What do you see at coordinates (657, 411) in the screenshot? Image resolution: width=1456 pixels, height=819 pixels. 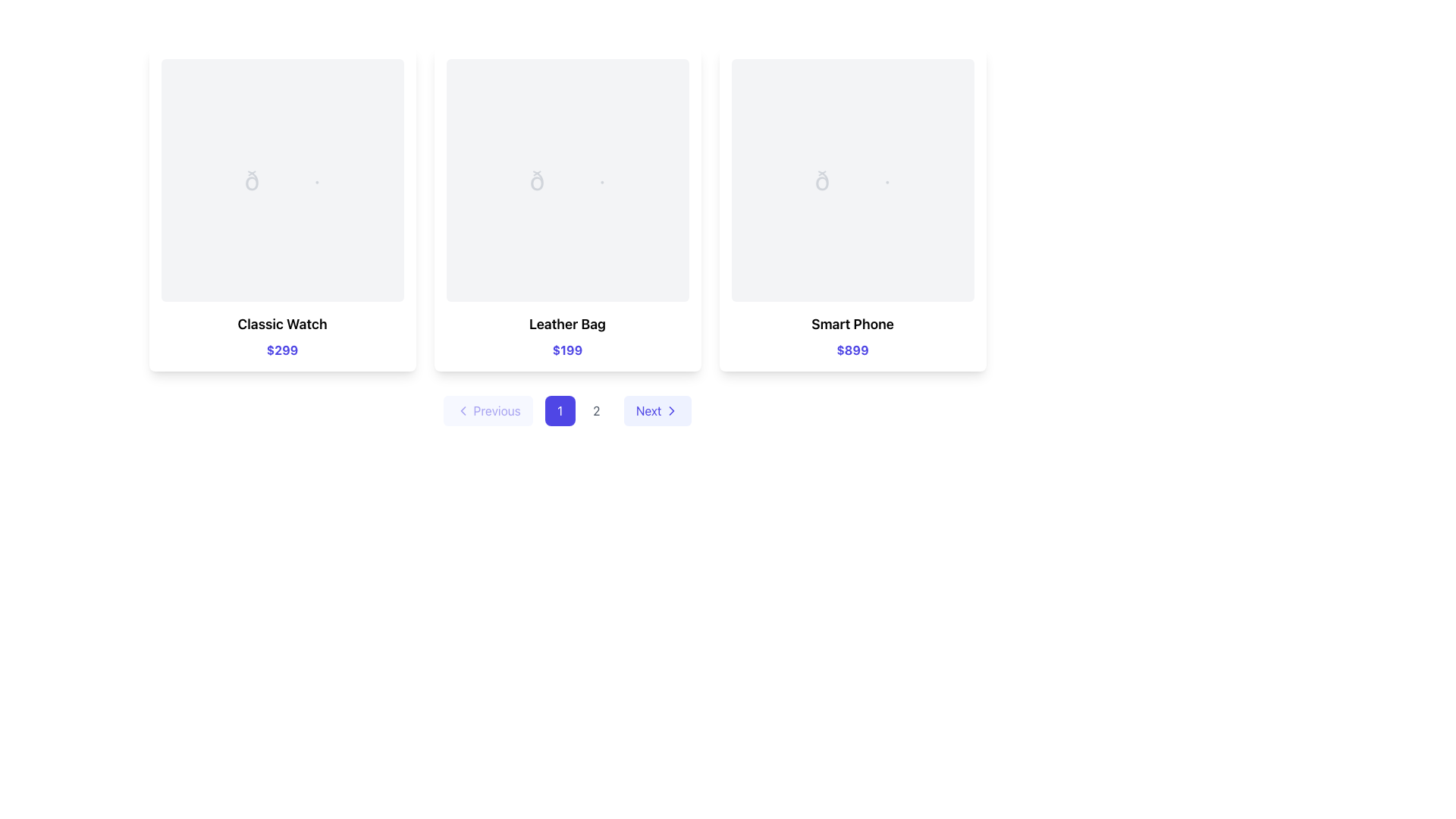 I see `the 'Next' button with a light indigo background and indigo text, which is the rightmost button` at bounding box center [657, 411].